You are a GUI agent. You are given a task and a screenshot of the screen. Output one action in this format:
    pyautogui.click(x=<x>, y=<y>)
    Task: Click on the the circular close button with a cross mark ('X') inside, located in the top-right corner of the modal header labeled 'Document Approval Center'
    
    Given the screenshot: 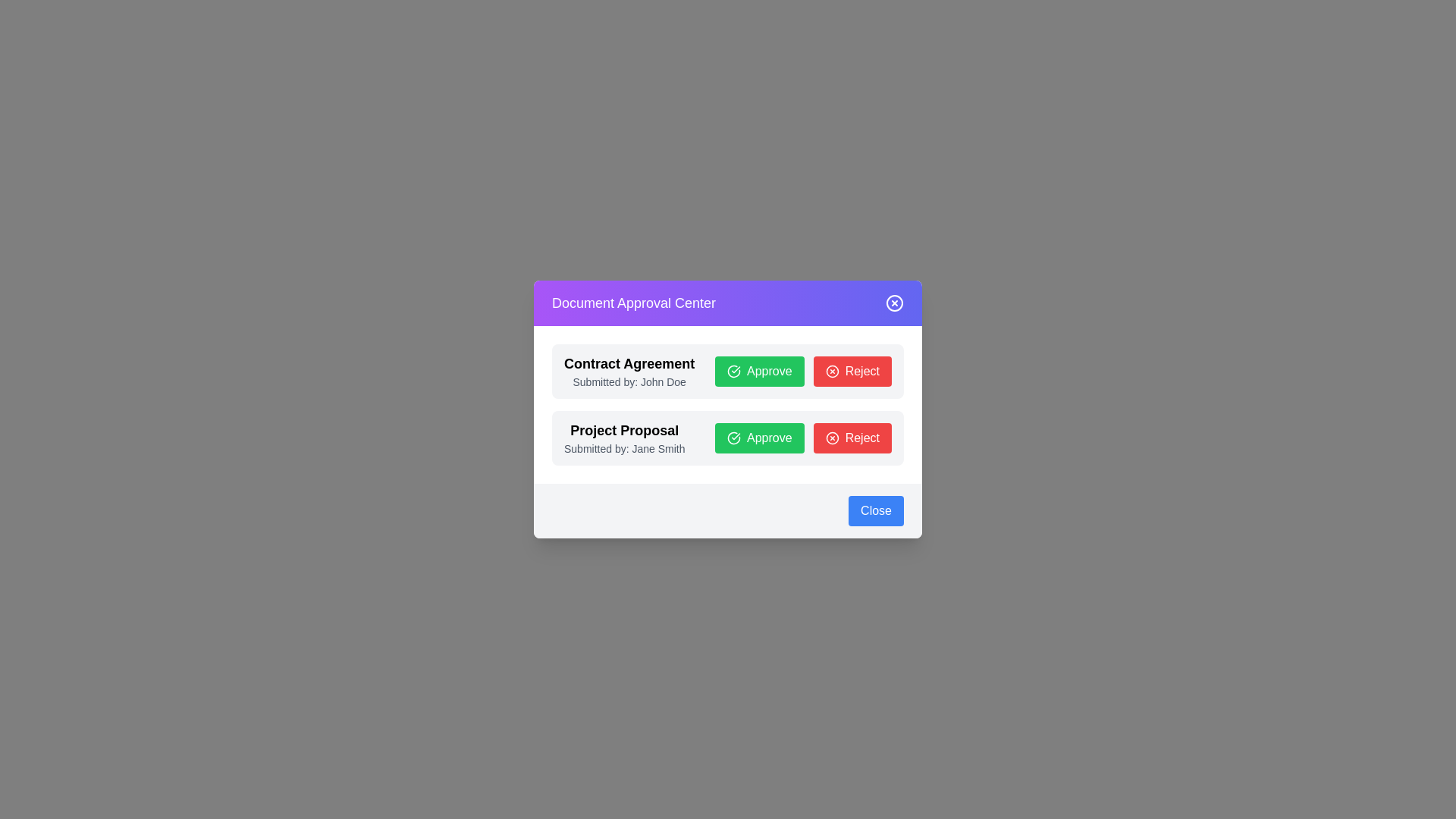 What is the action you would take?
    pyautogui.click(x=895, y=303)
    